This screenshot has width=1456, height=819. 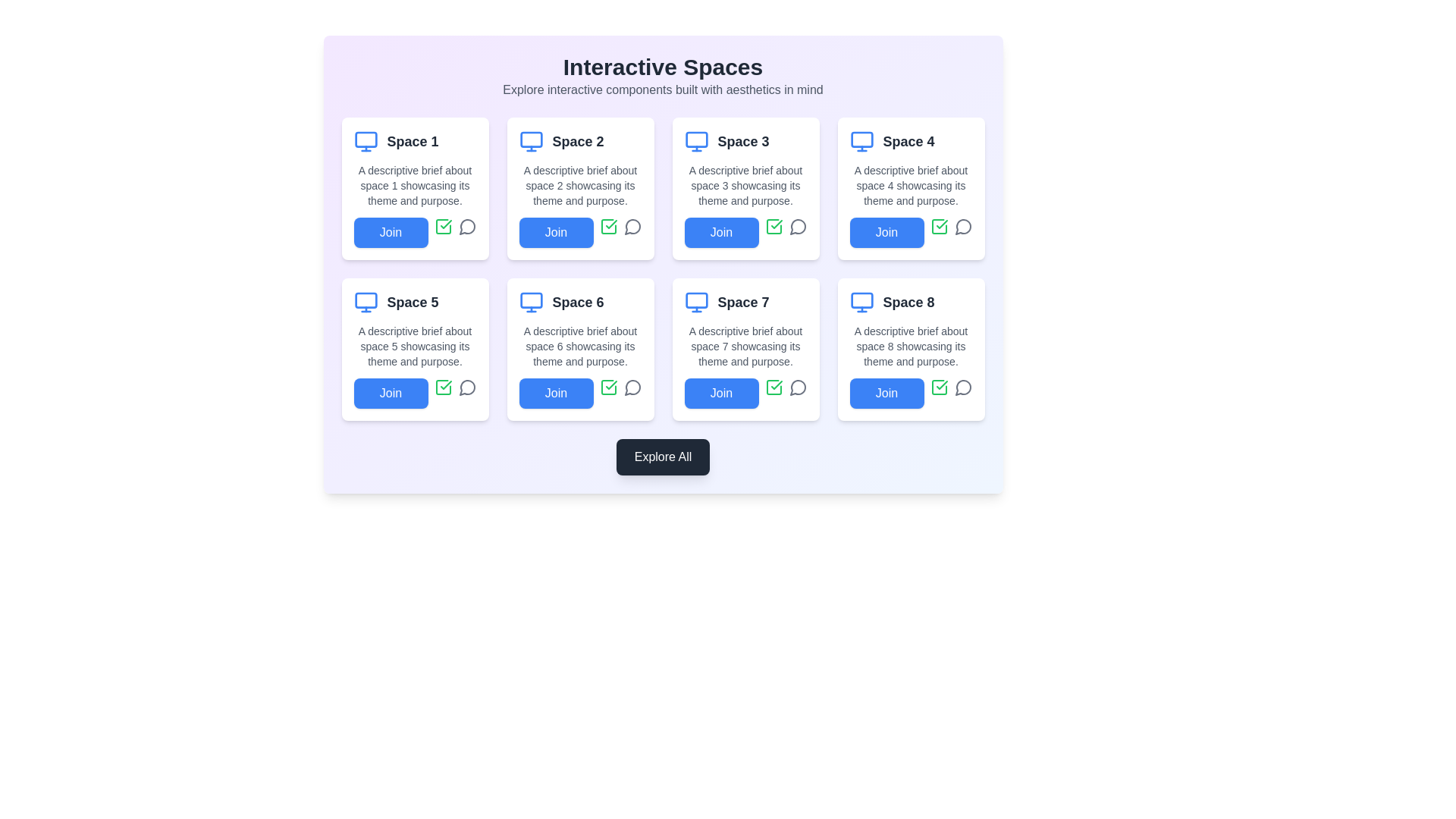 I want to click on the circular message bubble icon in the bottom right corner of the 'Space 3' card, so click(x=796, y=227).